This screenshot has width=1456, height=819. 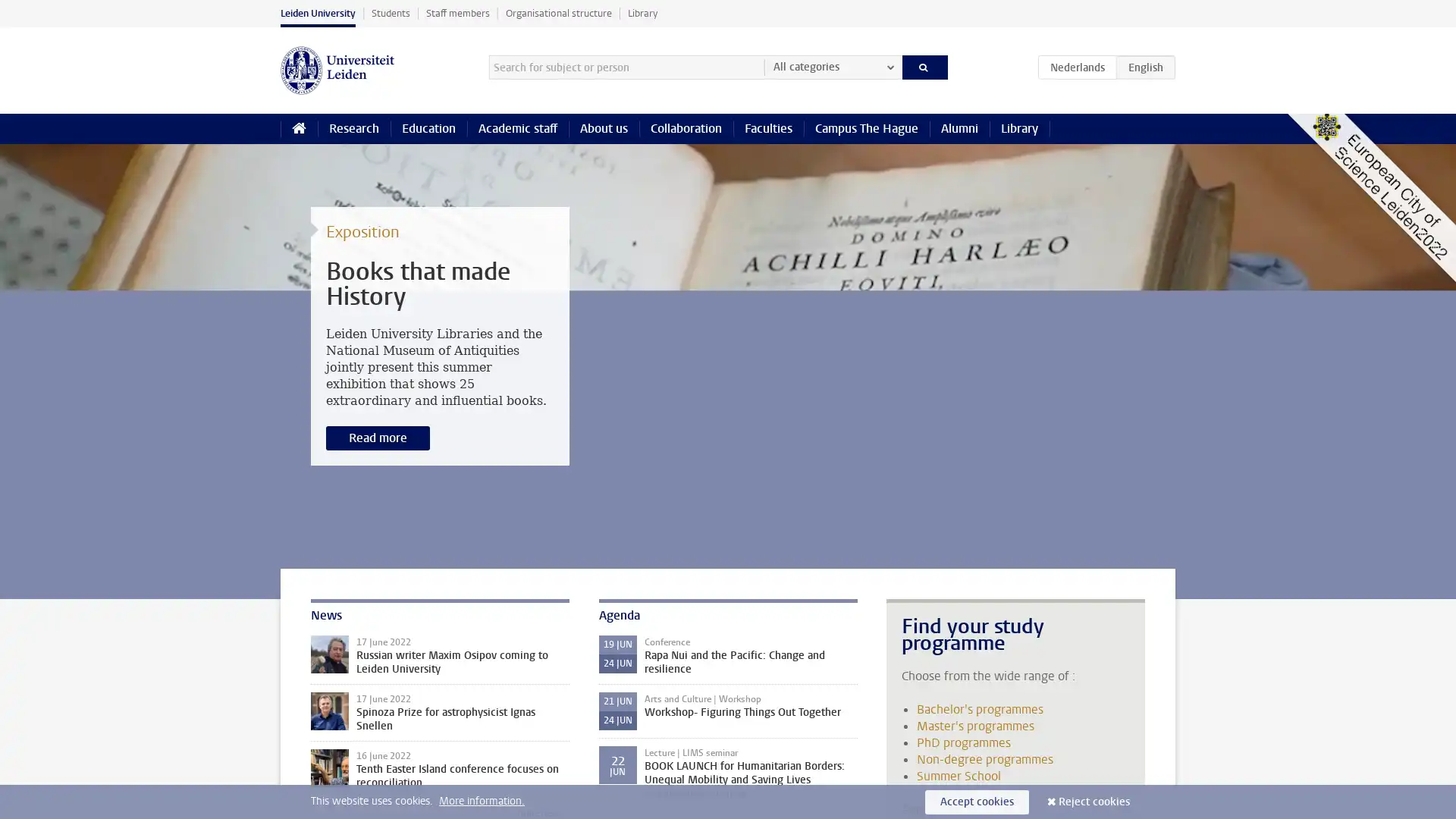 I want to click on Reject cookies, so click(x=1094, y=801).